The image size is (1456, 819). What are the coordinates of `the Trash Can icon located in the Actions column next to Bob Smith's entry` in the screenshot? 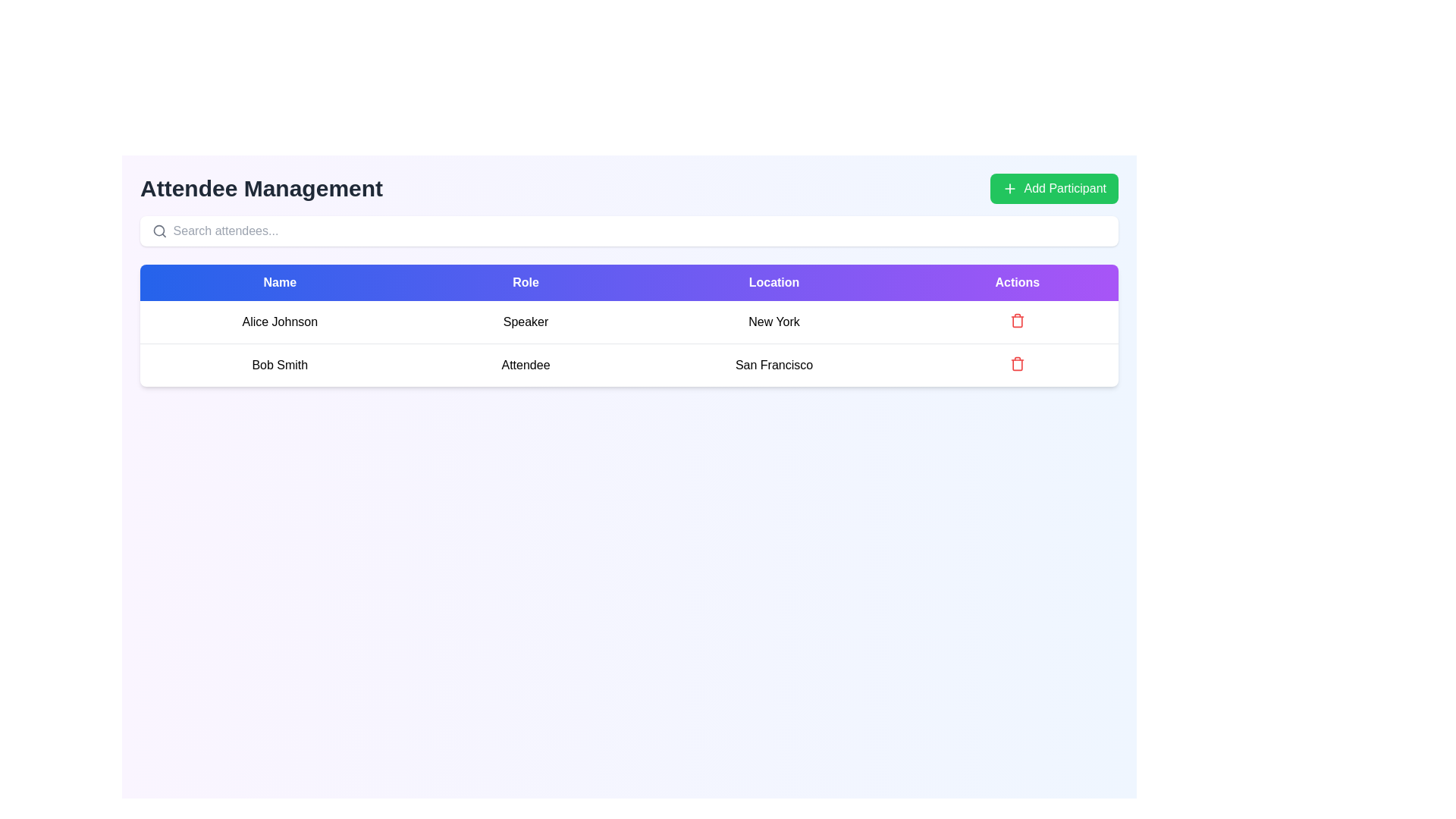 It's located at (1017, 365).